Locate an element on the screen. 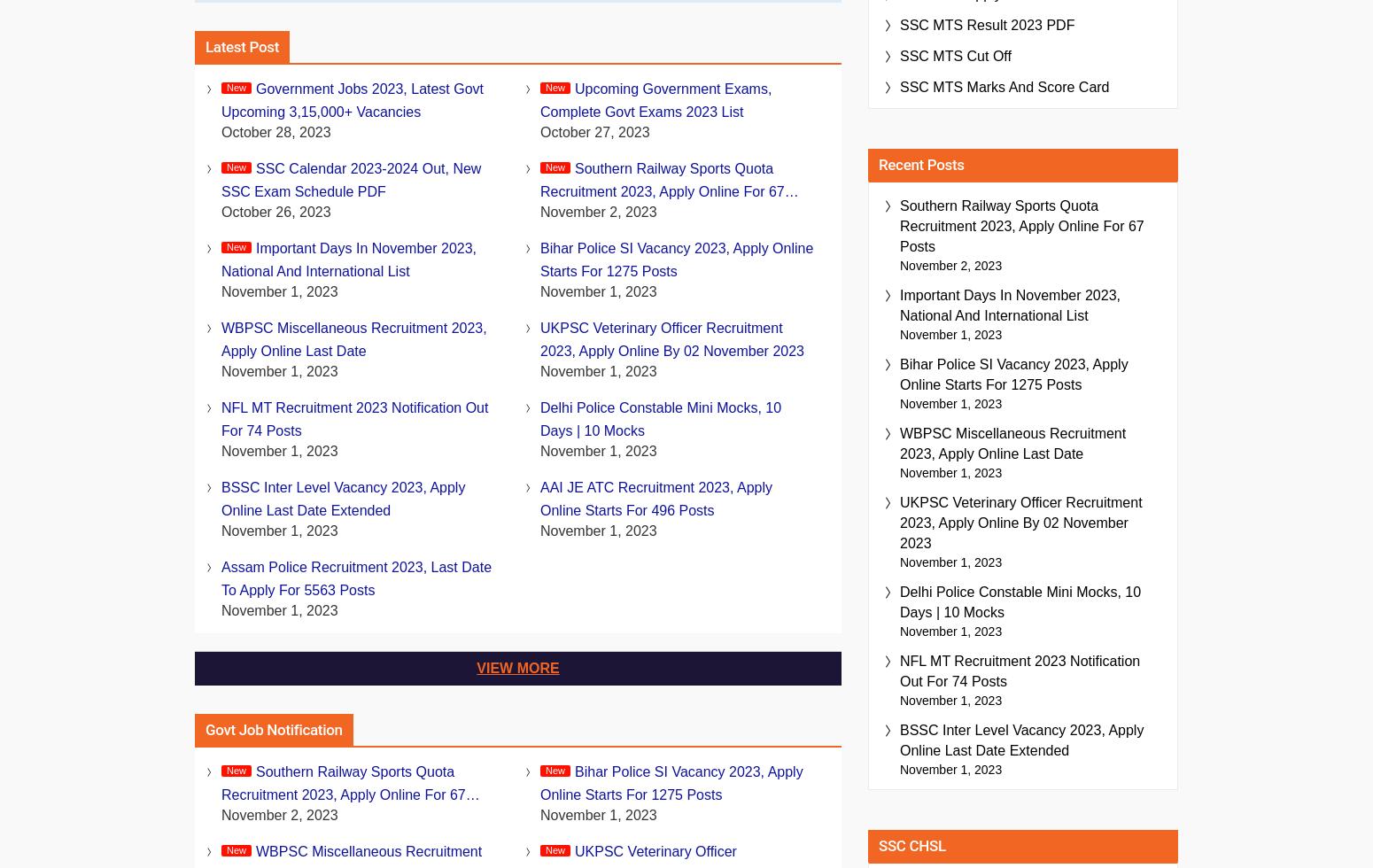  'SSC MTS Cut Off' is located at coordinates (955, 55).